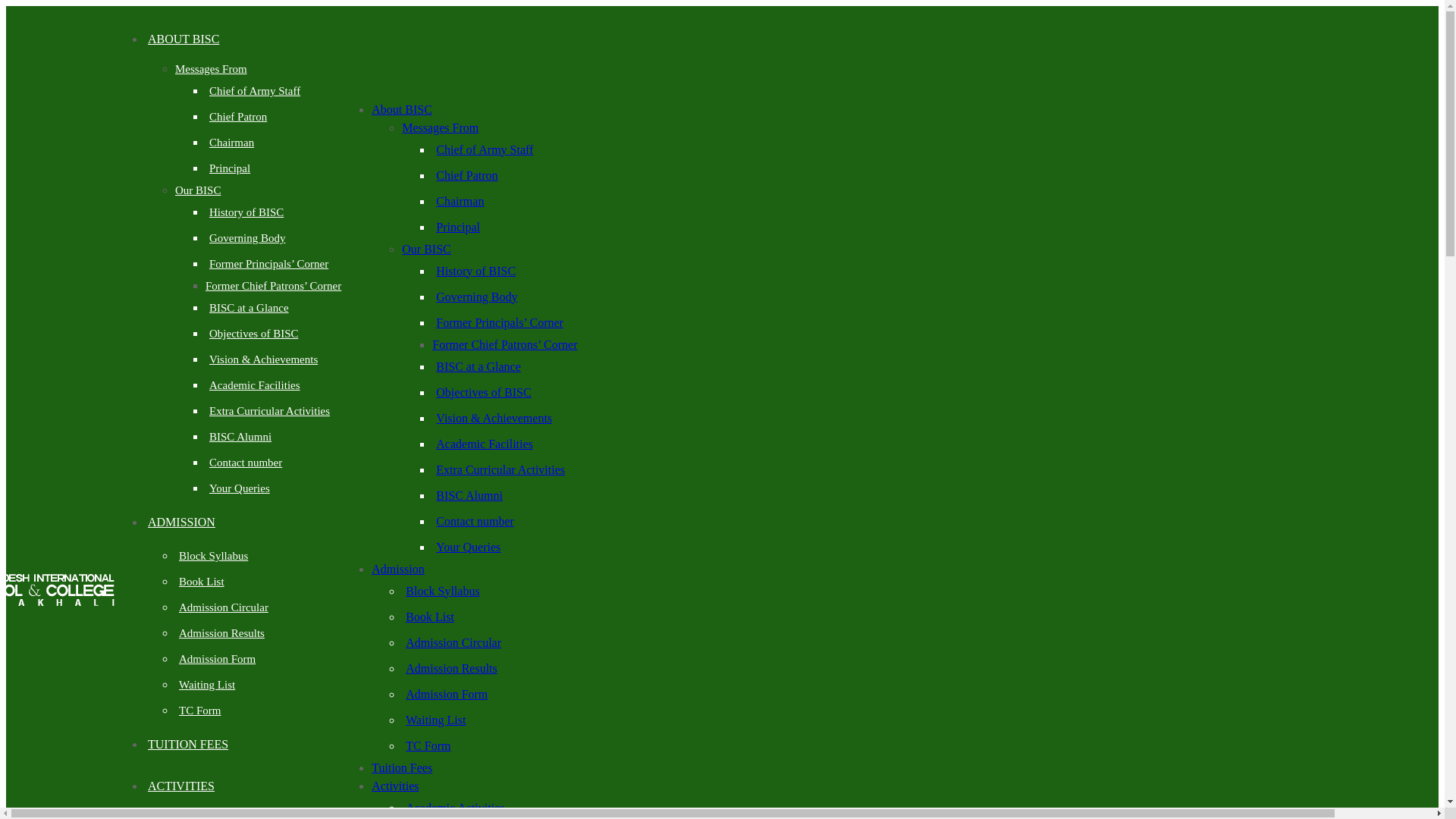  Describe the element at coordinates (500, 468) in the screenshot. I see `'Extra Curricular Activities'` at that location.